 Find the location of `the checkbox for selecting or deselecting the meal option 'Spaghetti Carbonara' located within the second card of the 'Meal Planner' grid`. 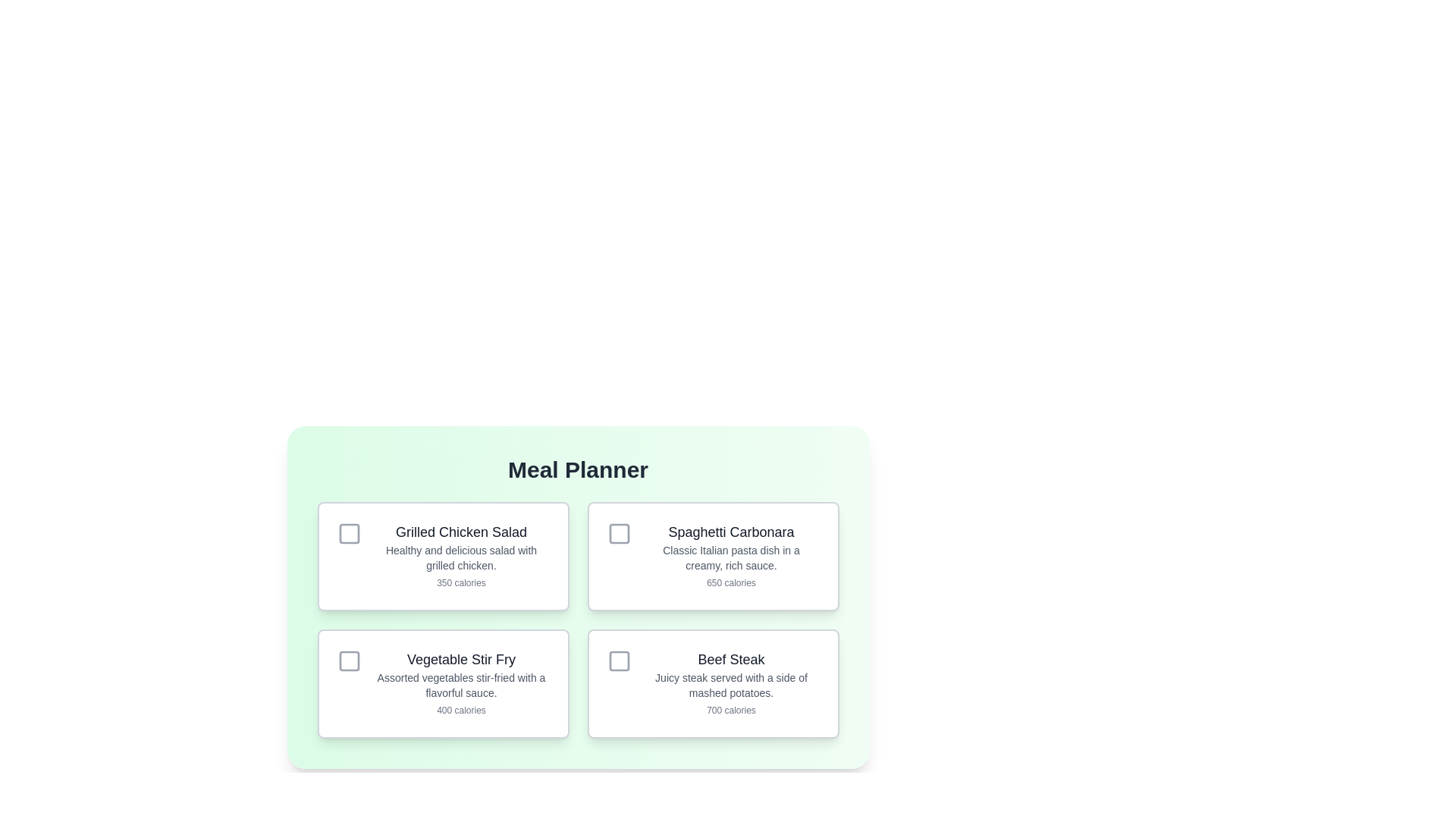

the checkbox for selecting or deselecting the meal option 'Spaghetti Carbonara' located within the second card of the 'Meal Planner' grid is located at coordinates (619, 533).